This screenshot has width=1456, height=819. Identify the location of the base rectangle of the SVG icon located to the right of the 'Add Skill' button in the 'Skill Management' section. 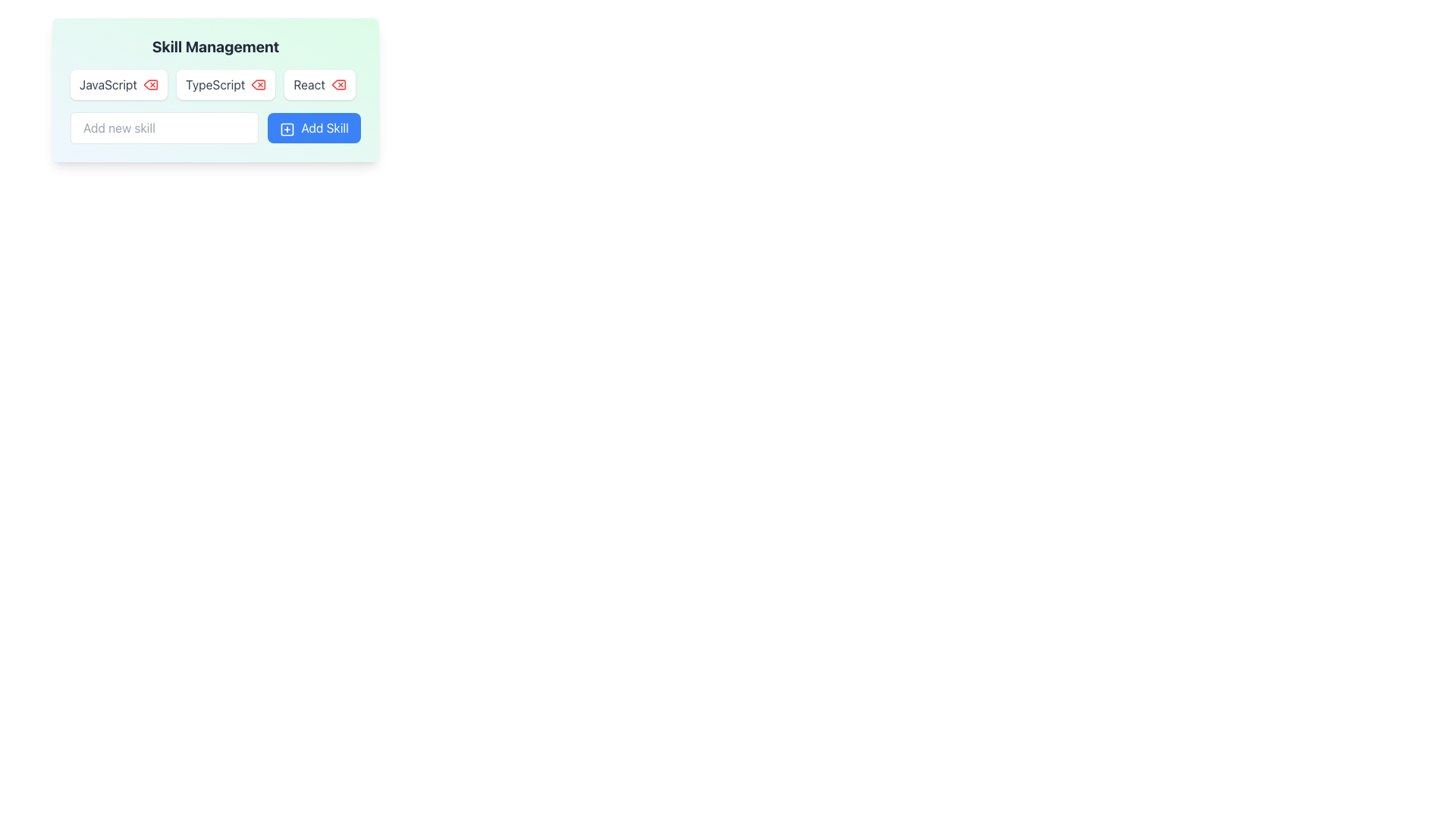
(287, 128).